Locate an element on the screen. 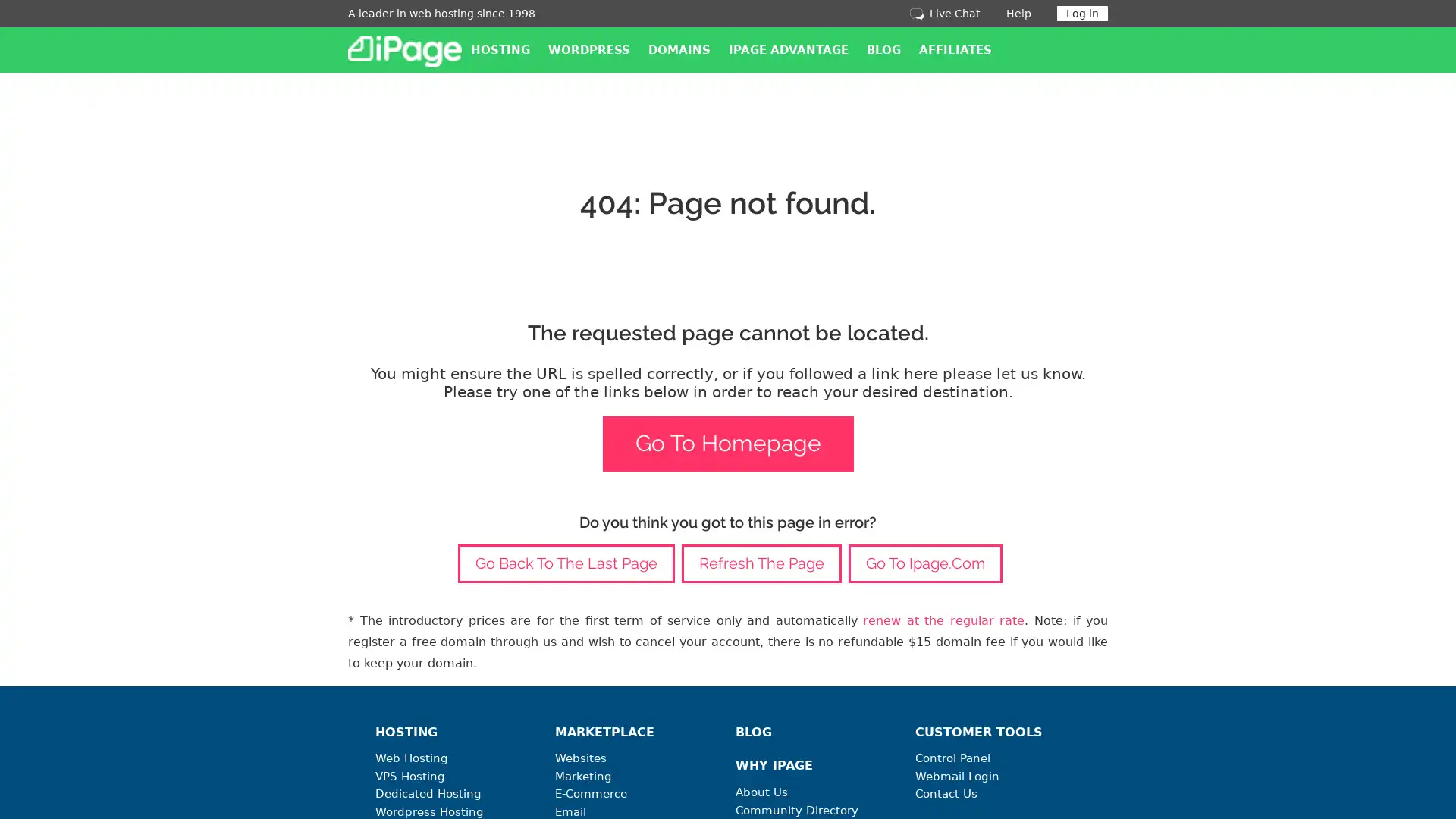  Got It is located at coordinates (154, 719).